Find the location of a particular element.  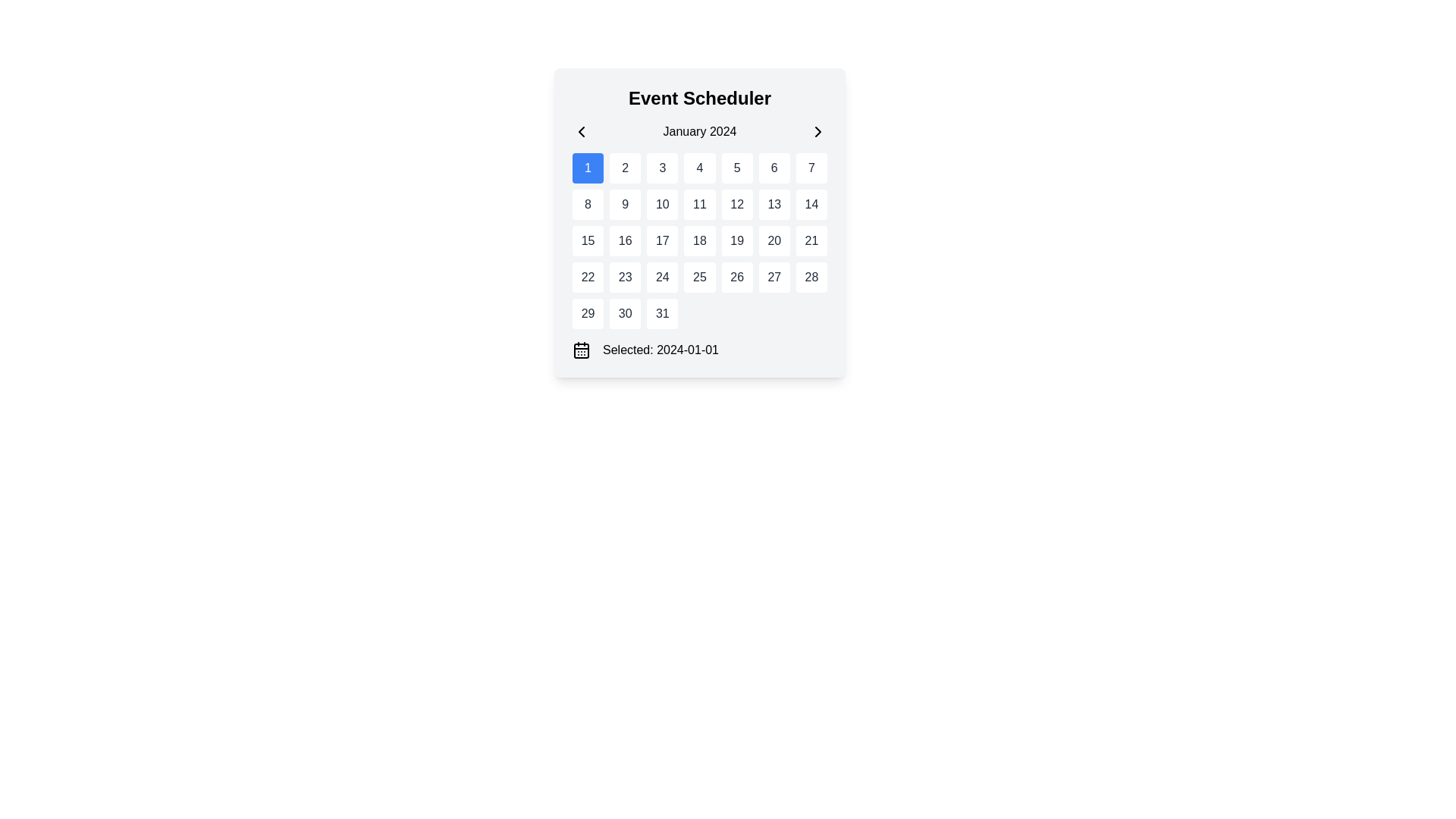

the small square button with a white background and rounded corners, containing the numeral '6' in dark gray font, for keyboard navigation is located at coordinates (774, 168).